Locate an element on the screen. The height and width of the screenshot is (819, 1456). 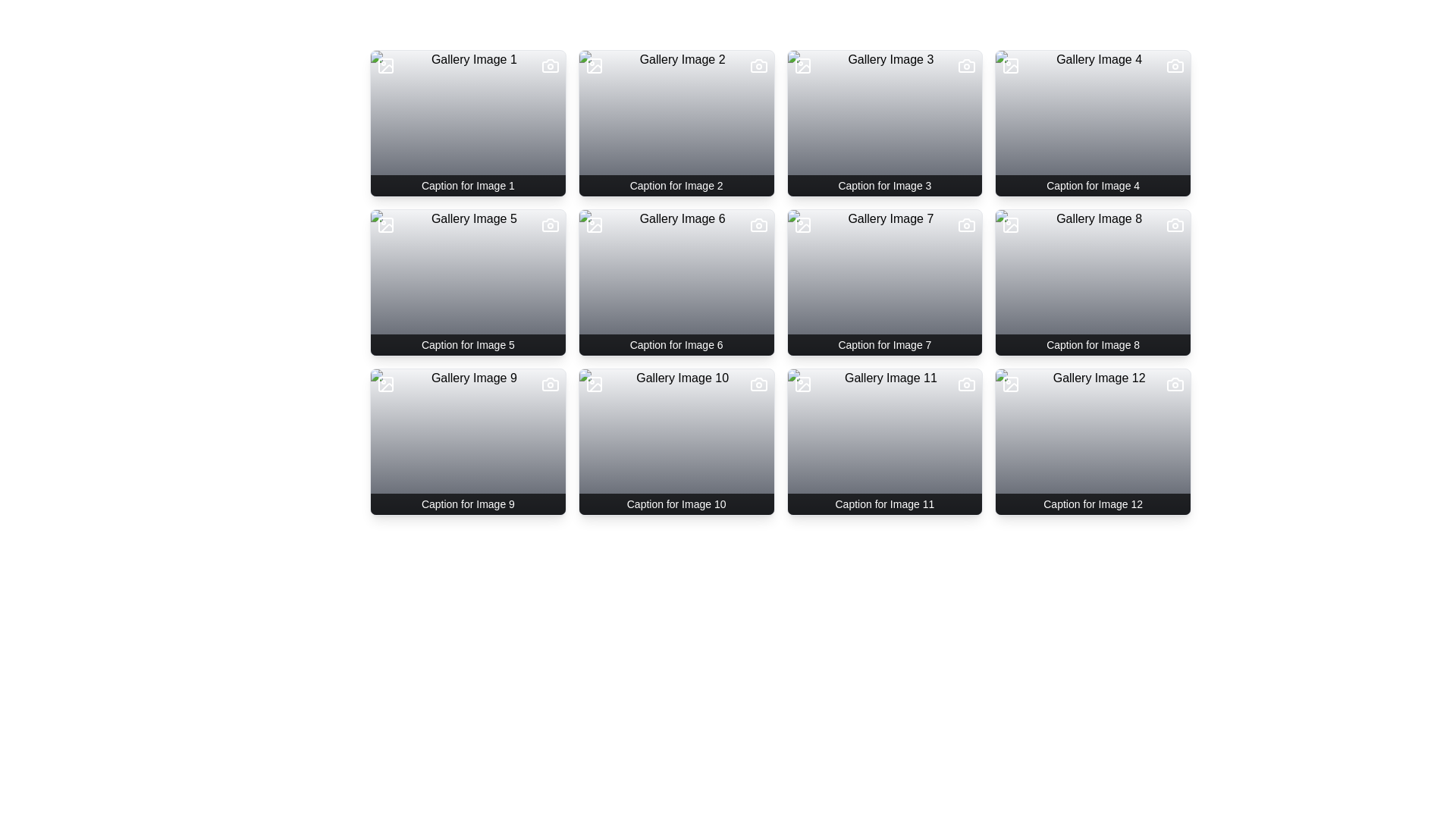
caption text of the text label displaying 'Caption for Image 6', which is located at the bottom of the sixth image card in a 4x3 grid layout is located at coordinates (676, 345).